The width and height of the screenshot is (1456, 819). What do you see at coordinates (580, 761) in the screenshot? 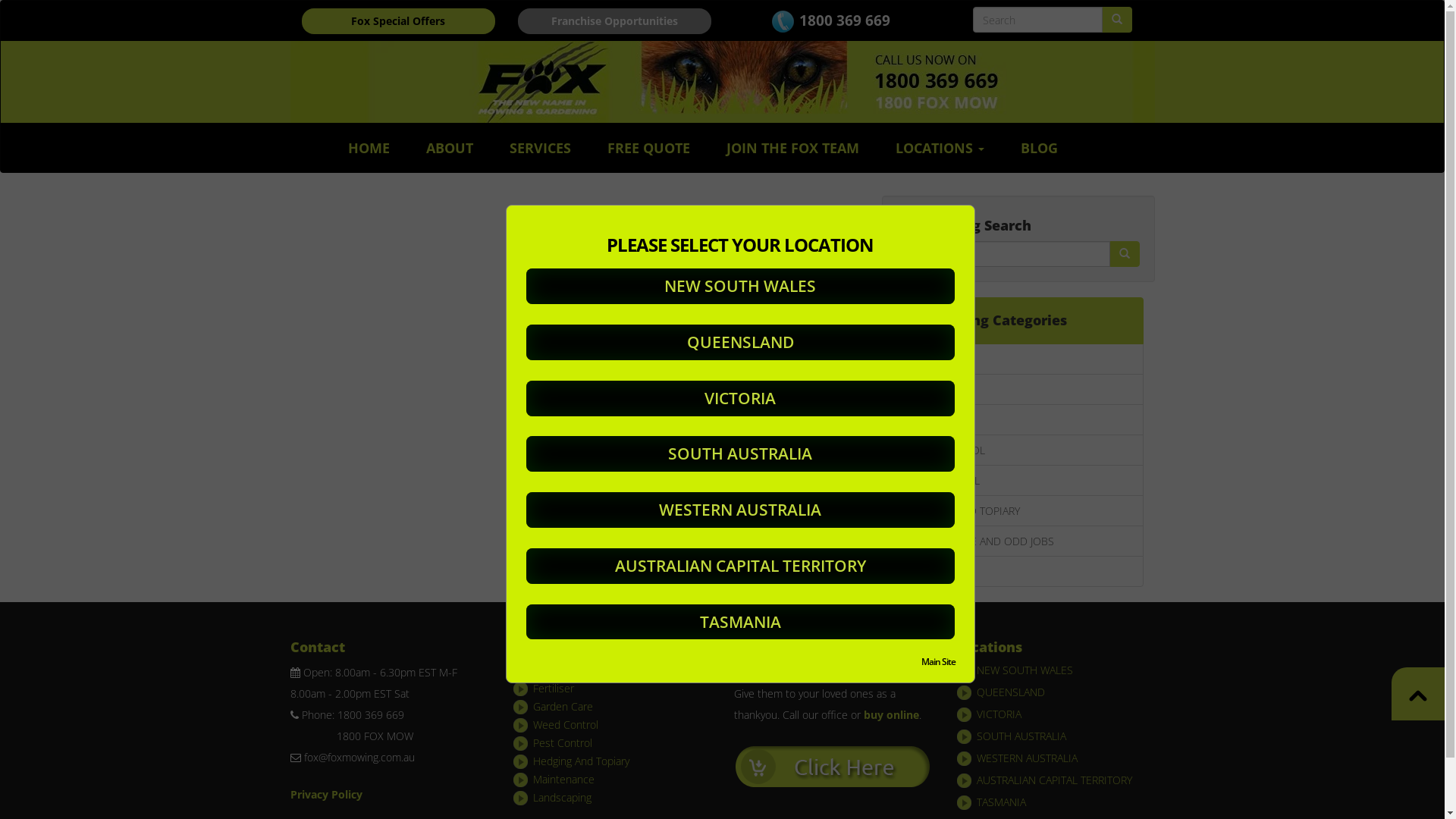
I see `'Hedging And Topiary'` at bounding box center [580, 761].